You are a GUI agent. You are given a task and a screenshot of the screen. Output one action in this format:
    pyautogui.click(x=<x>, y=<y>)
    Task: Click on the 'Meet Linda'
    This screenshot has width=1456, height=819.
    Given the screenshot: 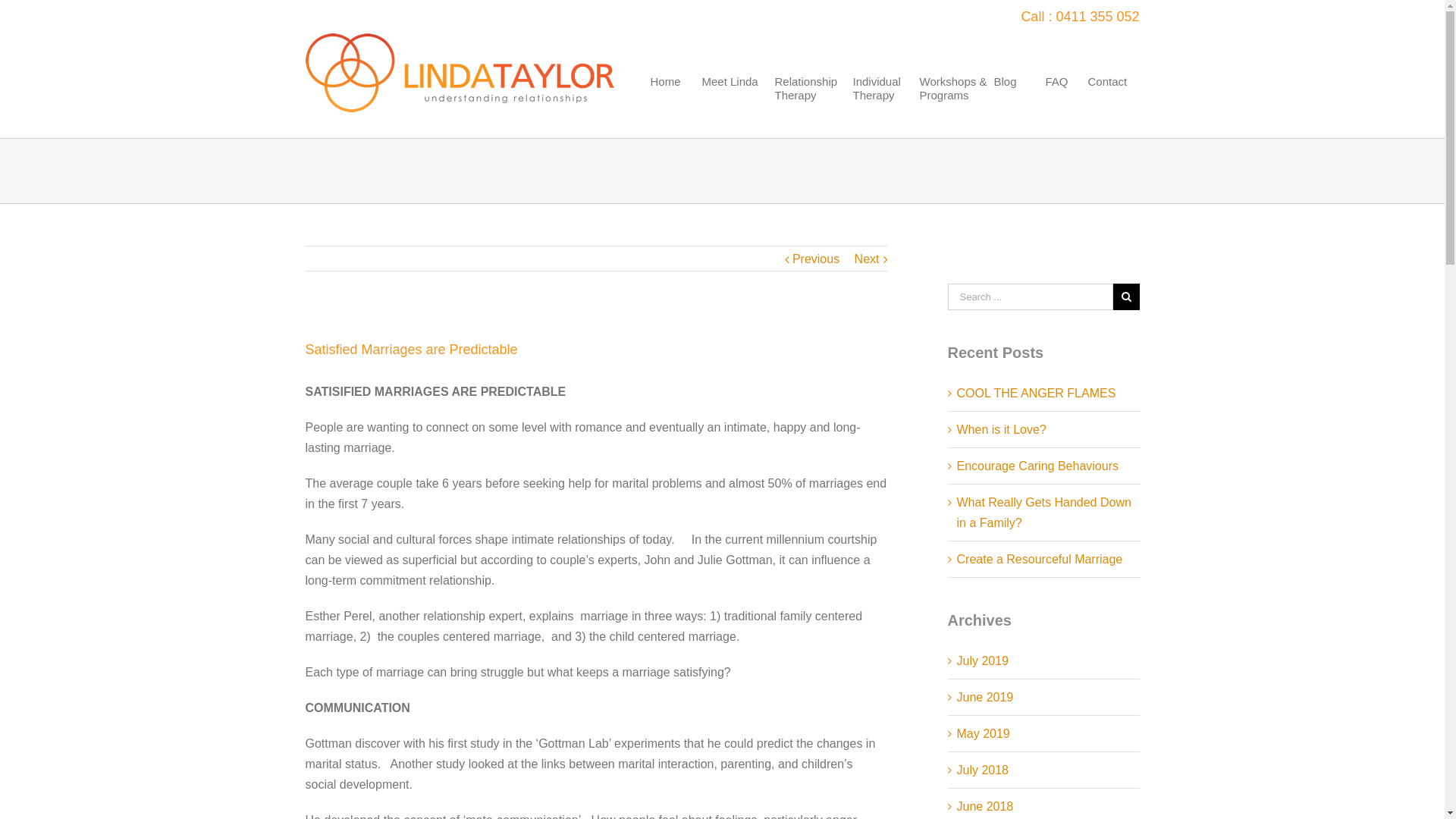 What is the action you would take?
    pyautogui.click(x=735, y=105)
    